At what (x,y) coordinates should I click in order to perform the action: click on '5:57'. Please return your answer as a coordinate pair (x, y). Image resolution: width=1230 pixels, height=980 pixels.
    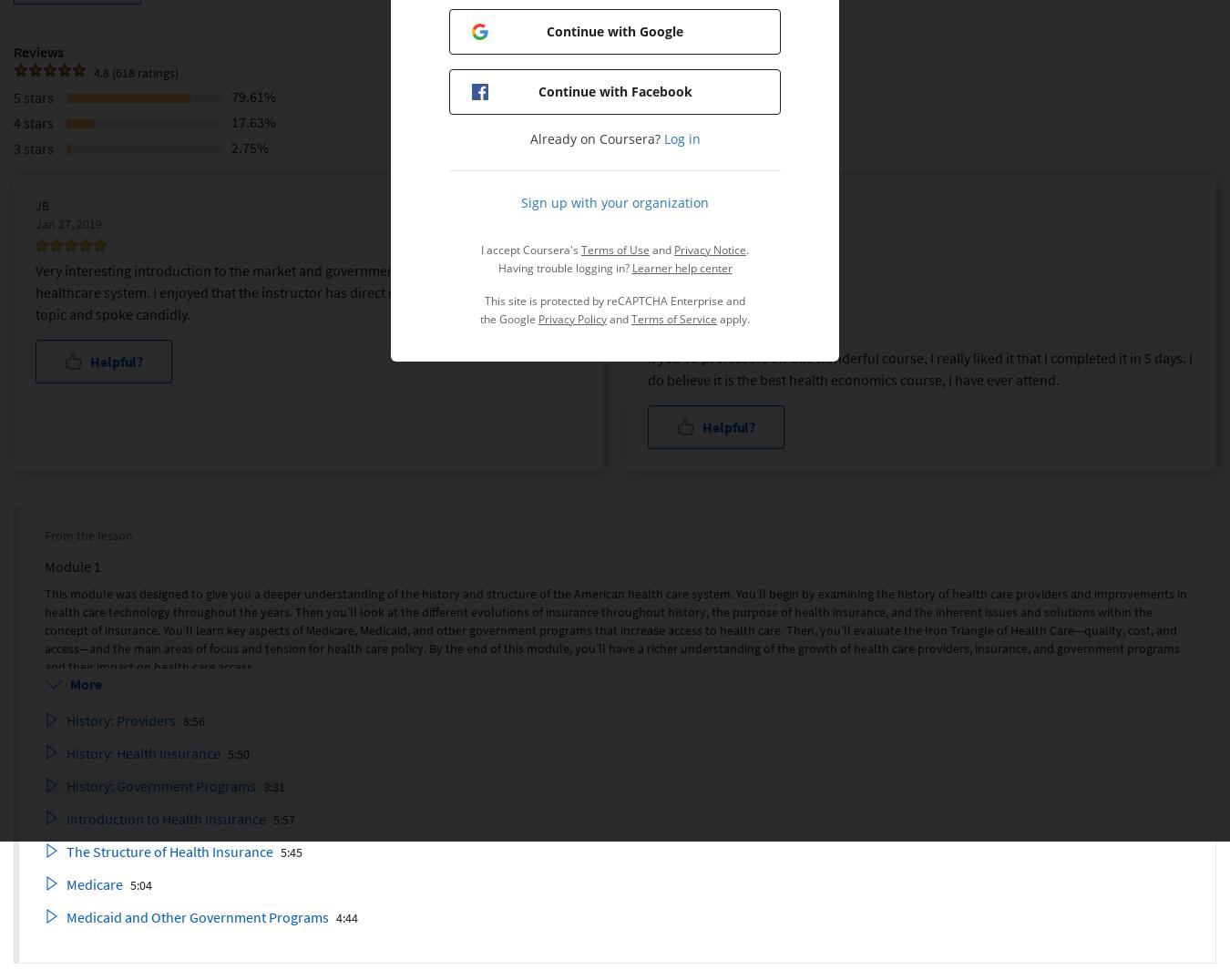
    Looking at the image, I should click on (282, 818).